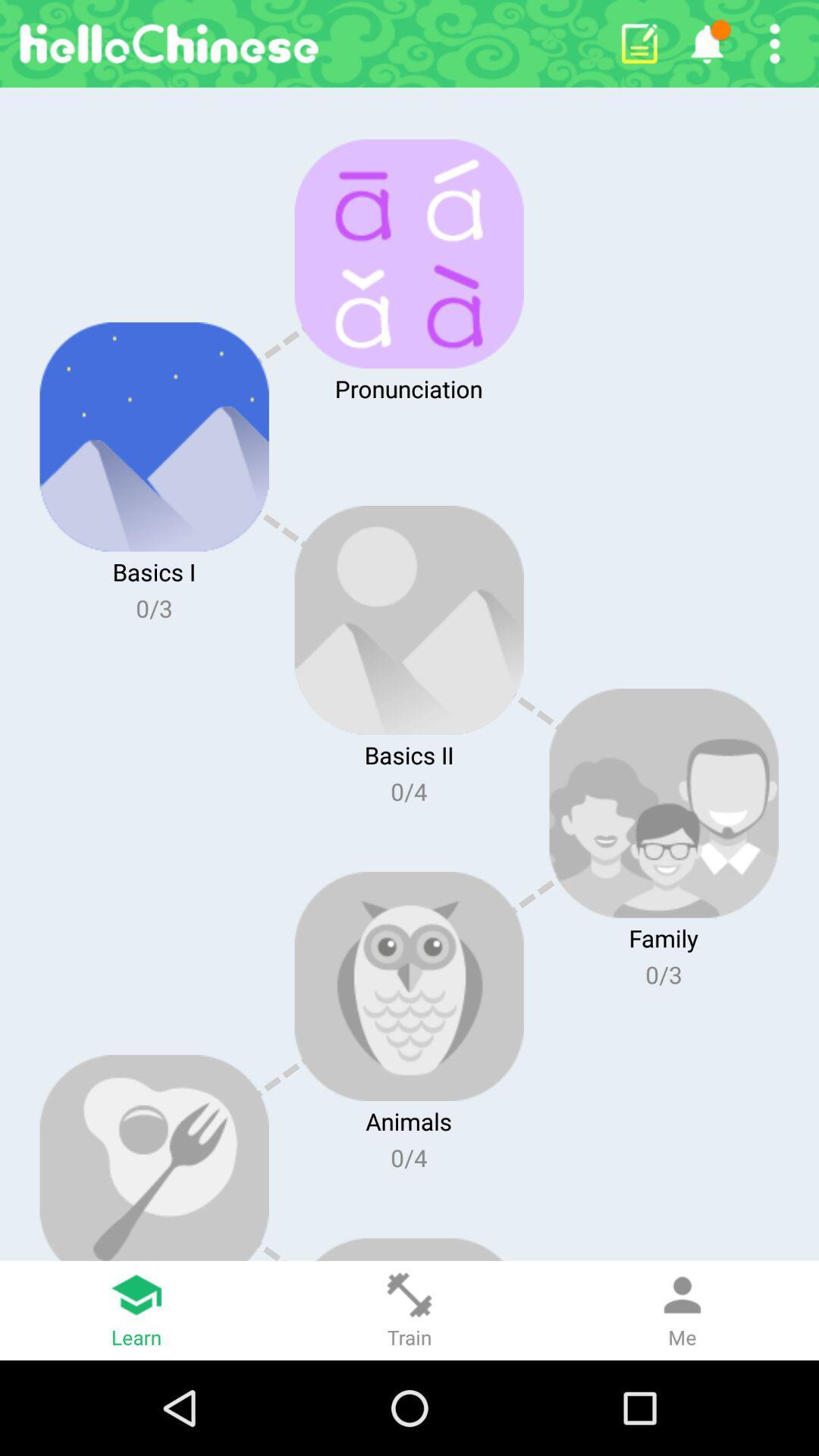 This screenshot has height=1456, width=819. What do you see at coordinates (774, 43) in the screenshot?
I see `options menu` at bounding box center [774, 43].